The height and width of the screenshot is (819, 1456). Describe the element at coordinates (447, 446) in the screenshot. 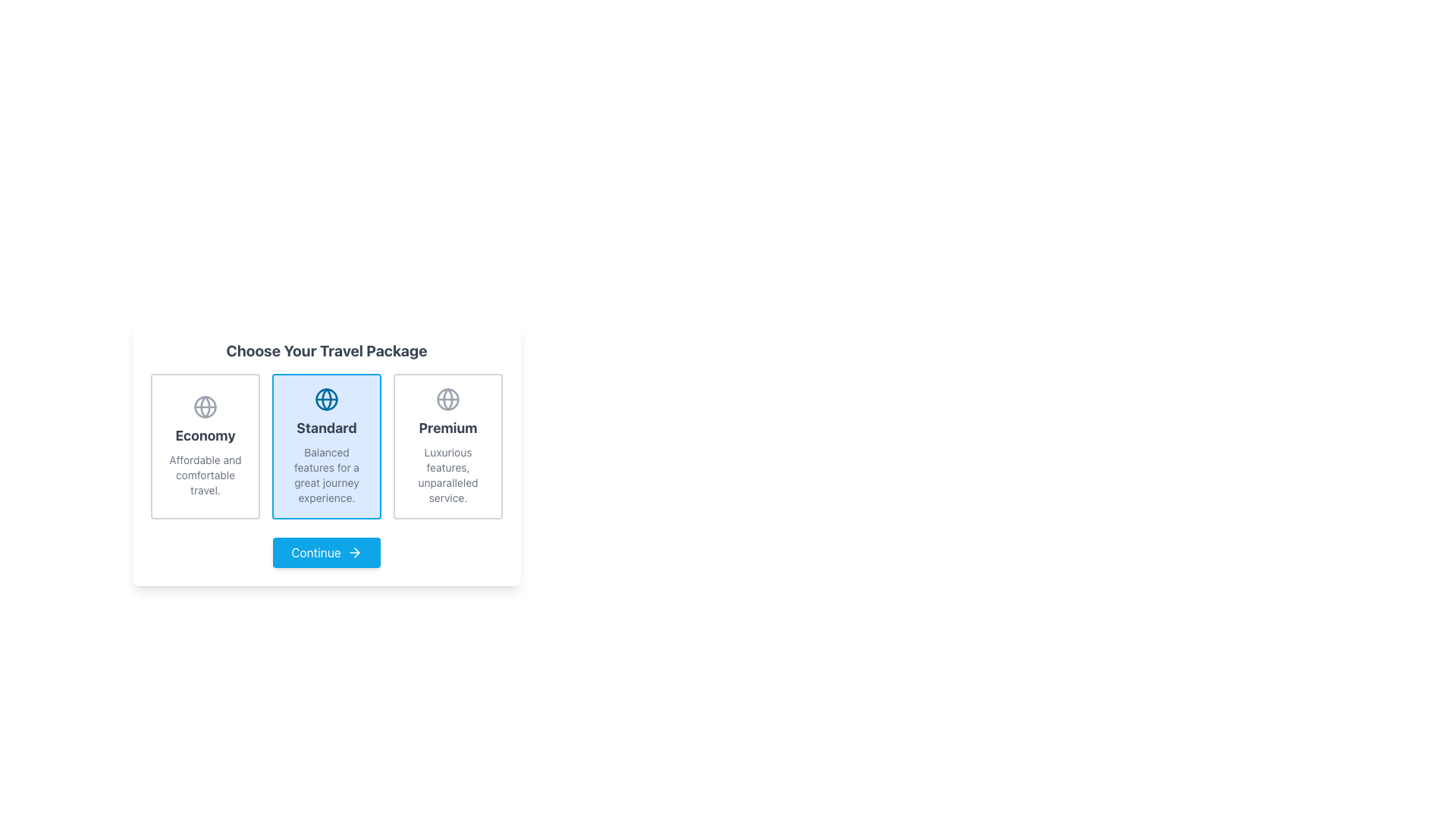

I see `the 'Premium' travel package selection card, which is the third option in a horizontal grid of three travel package options` at that location.